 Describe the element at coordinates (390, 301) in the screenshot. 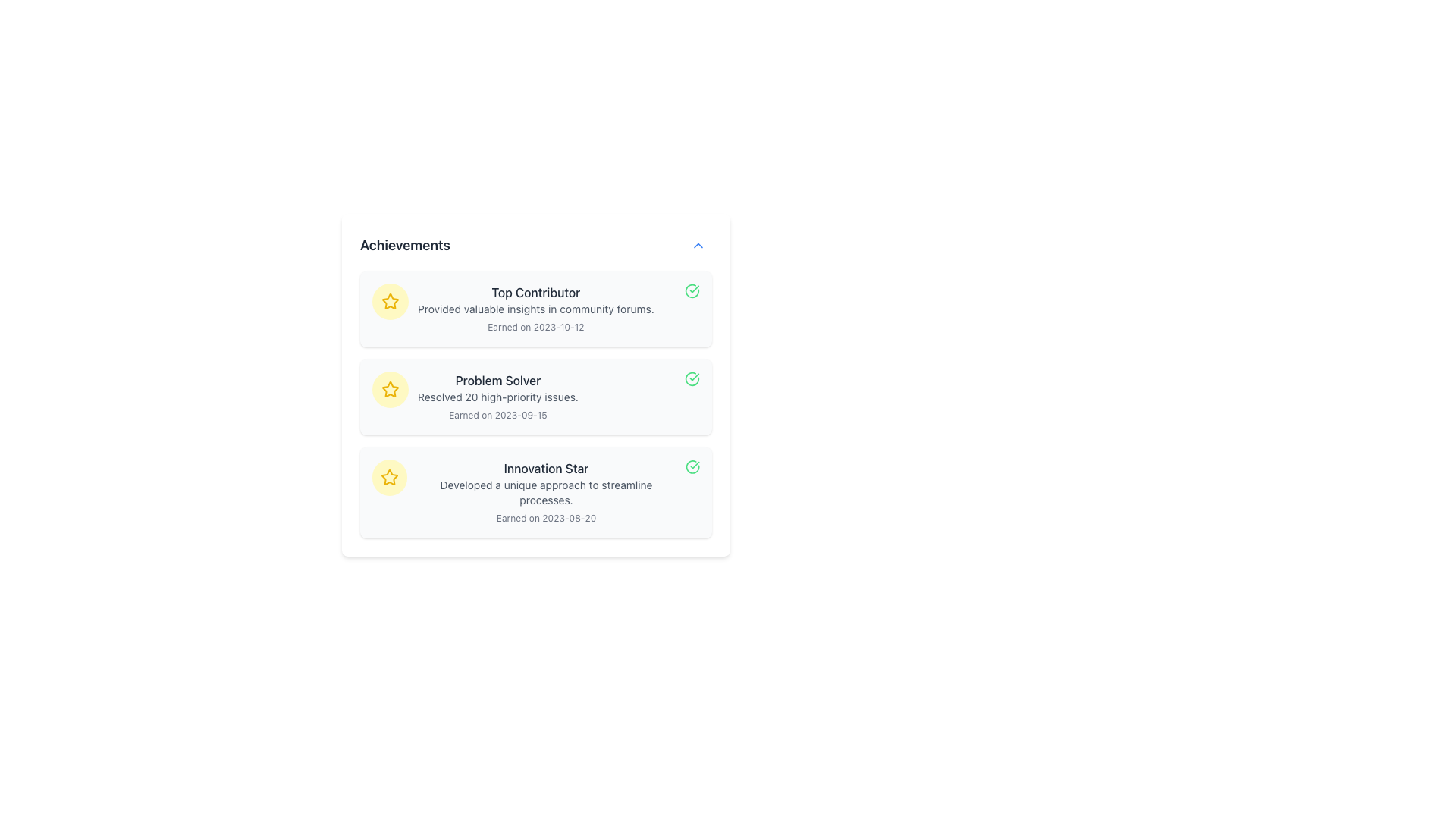

I see `the second star icon in the 'Achievements' section that indicates the 'Problem Solver' achievement` at that location.